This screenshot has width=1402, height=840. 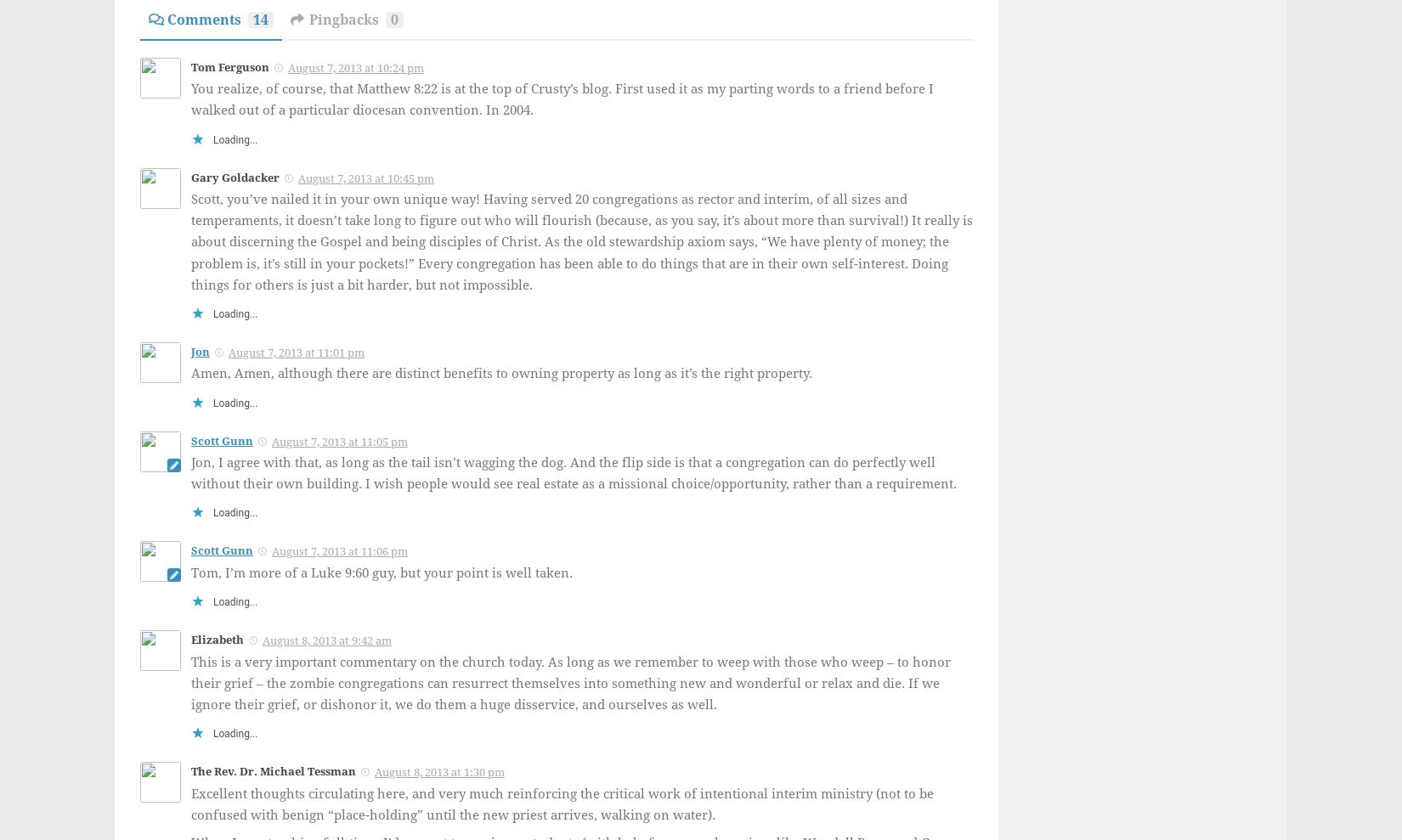 What do you see at coordinates (271, 551) in the screenshot?
I see `'August 7, 2013 at 11:06 pm'` at bounding box center [271, 551].